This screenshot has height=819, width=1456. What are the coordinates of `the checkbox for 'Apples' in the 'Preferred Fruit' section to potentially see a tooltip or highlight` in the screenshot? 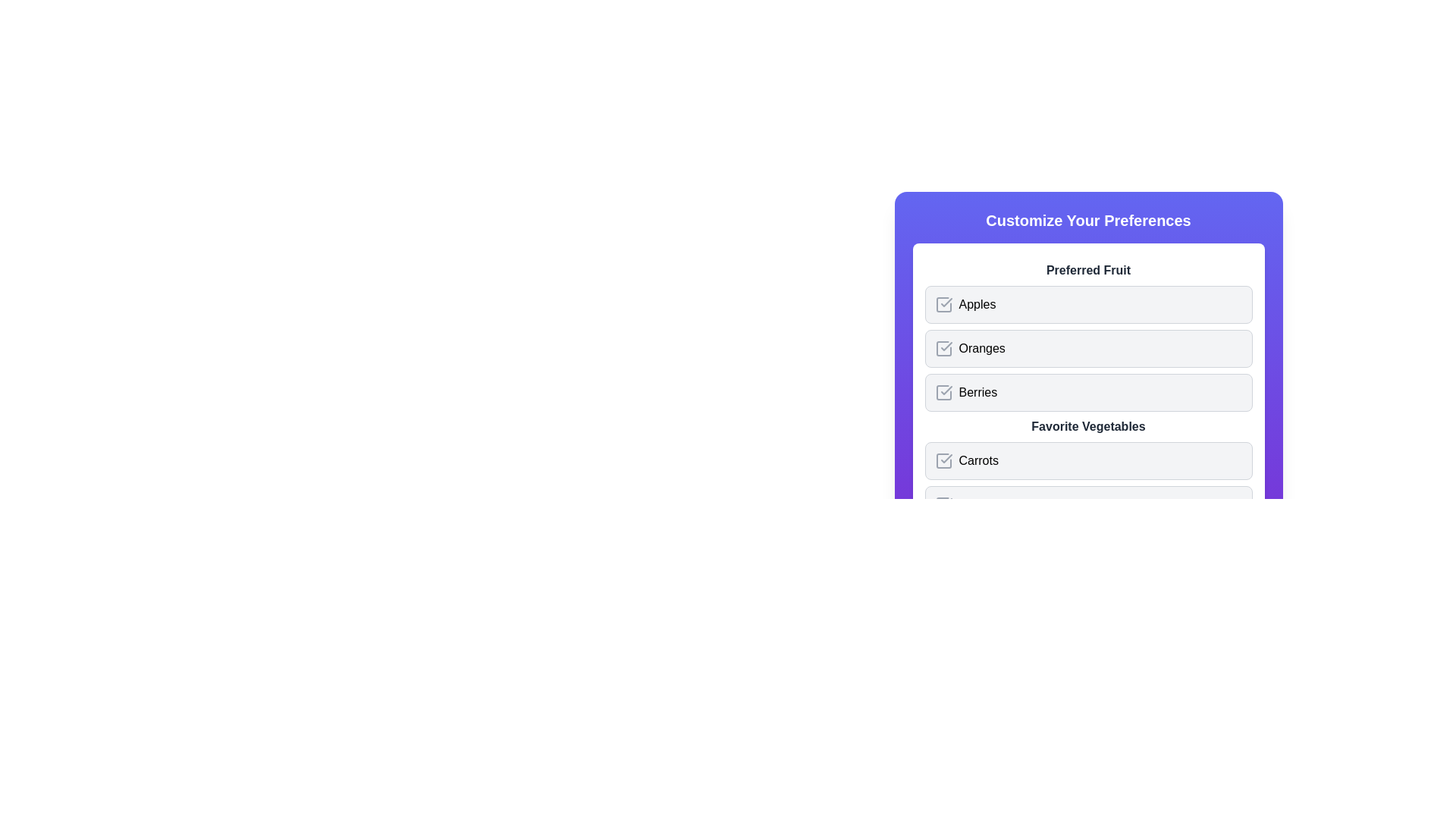 It's located at (943, 304).